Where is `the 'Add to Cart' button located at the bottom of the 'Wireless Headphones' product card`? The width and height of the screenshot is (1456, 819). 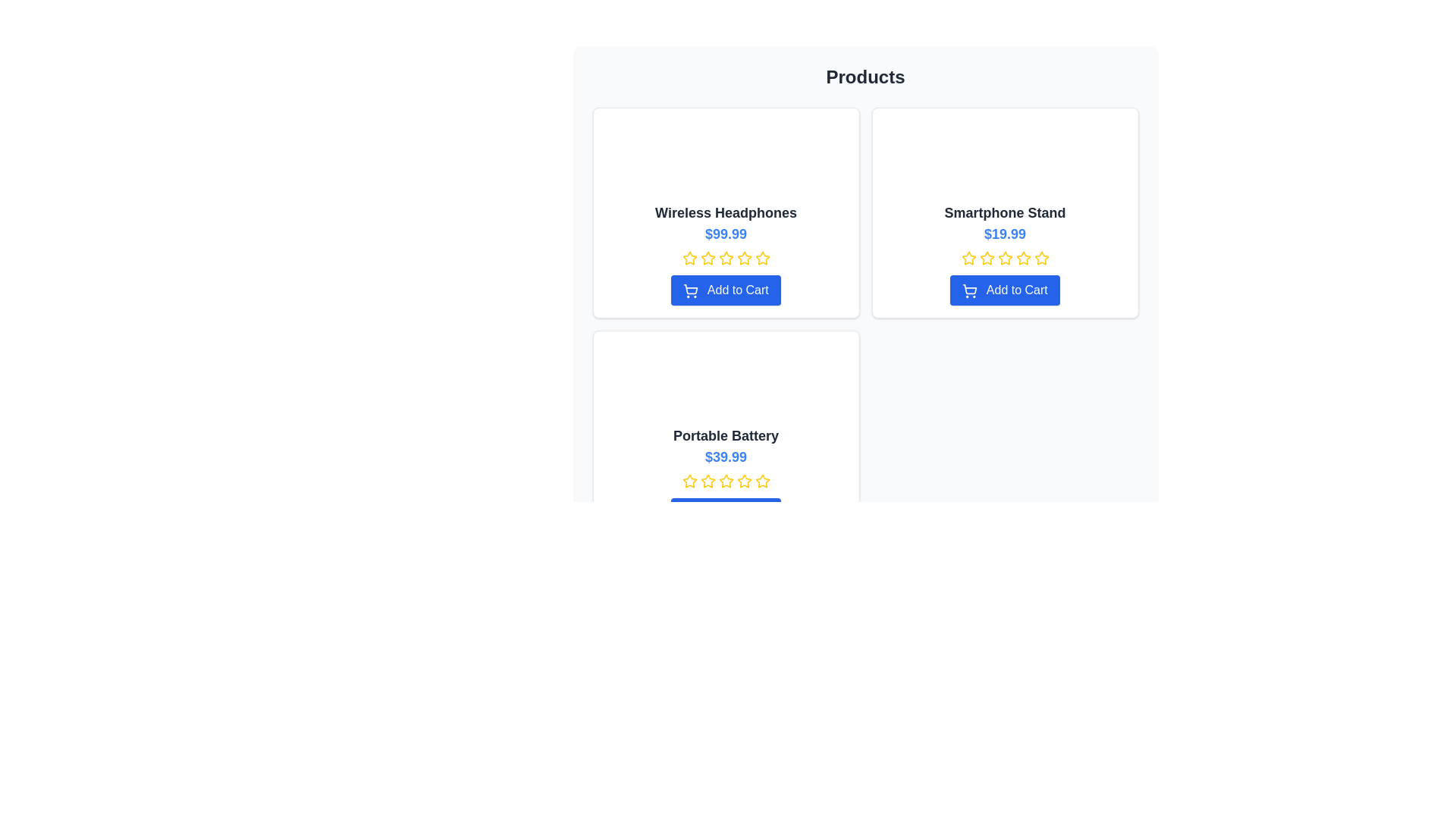
the 'Add to Cart' button located at the bottom of the 'Wireless Headphones' product card is located at coordinates (725, 290).